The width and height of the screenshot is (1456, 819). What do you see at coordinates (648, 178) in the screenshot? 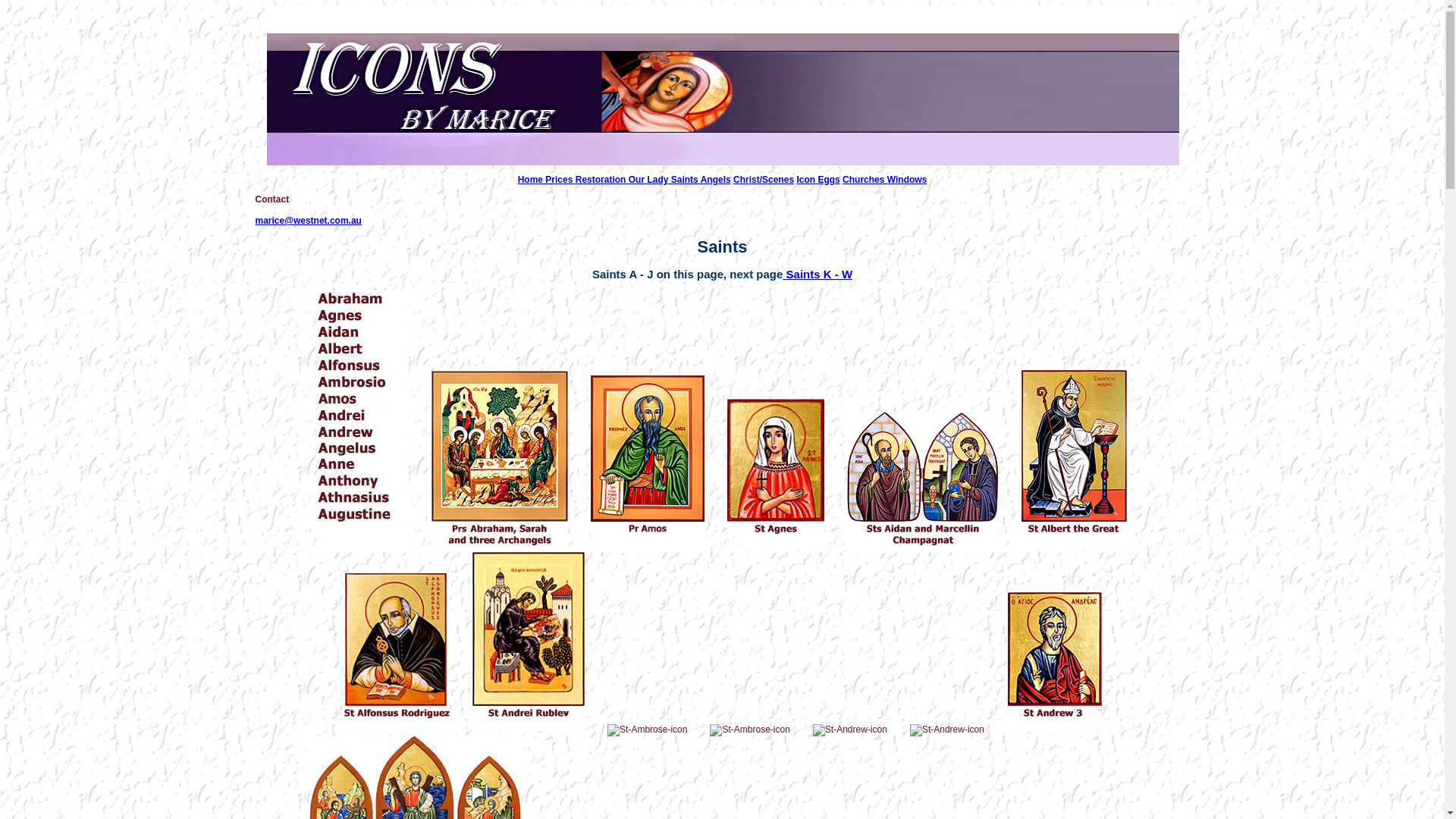
I see `'Our Lady'` at bounding box center [648, 178].